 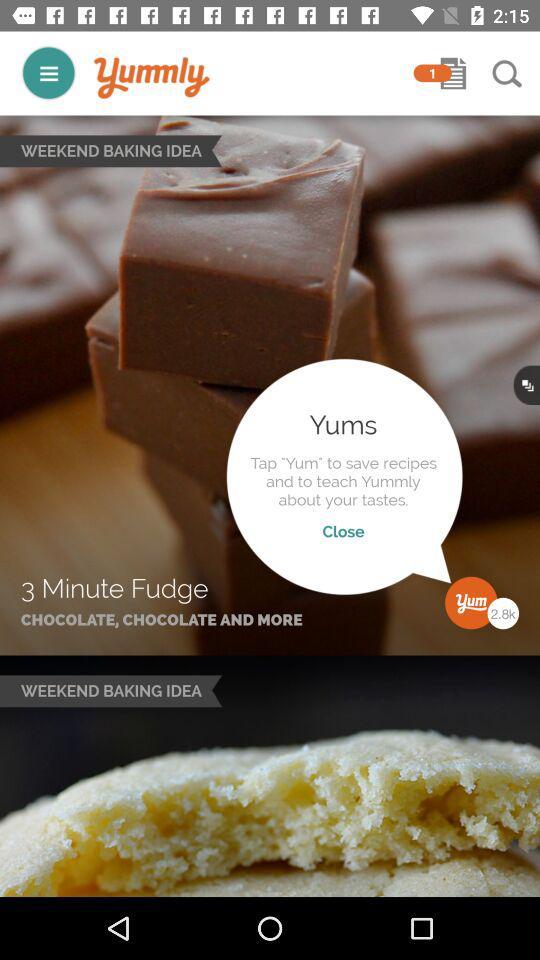 What do you see at coordinates (48, 73) in the screenshot?
I see `setting` at bounding box center [48, 73].